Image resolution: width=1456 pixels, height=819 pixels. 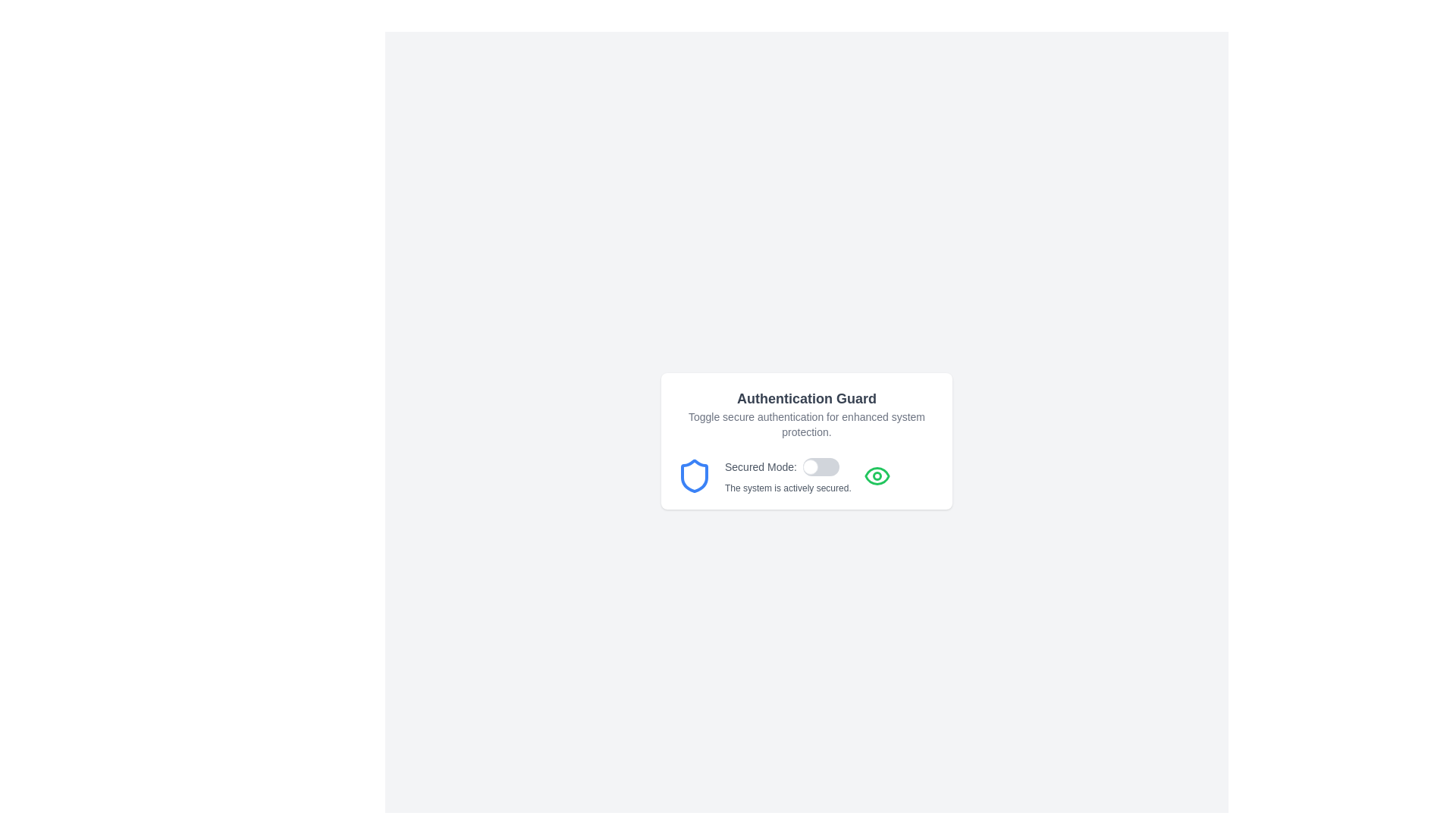 What do you see at coordinates (820, 466) in the screenshot?
I see `the knob of the horizontal toggle switch located` at bounding box center [820, 466].